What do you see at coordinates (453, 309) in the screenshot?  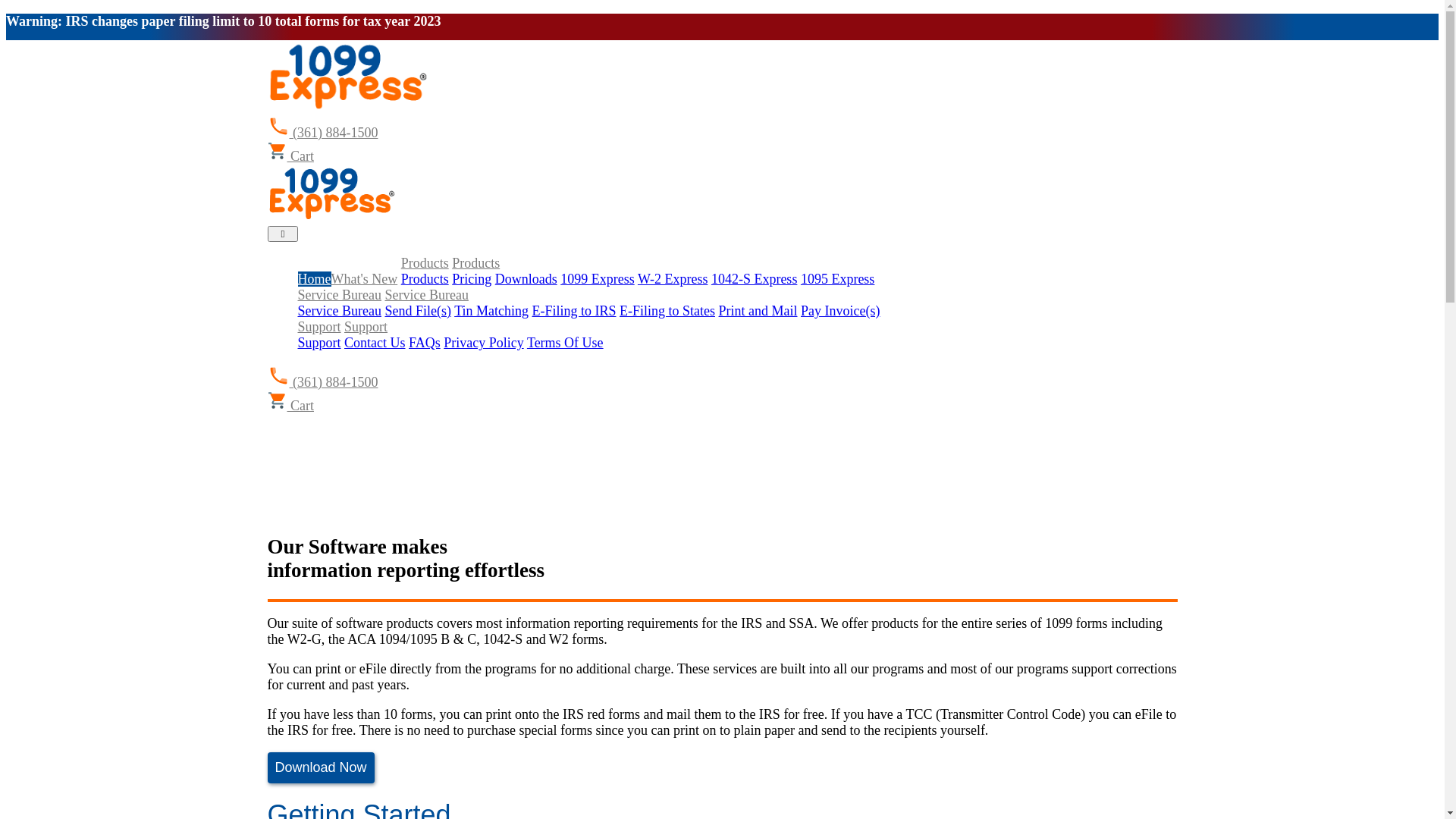 I see `'Tin Matching'` at bounding box center [453, 309].